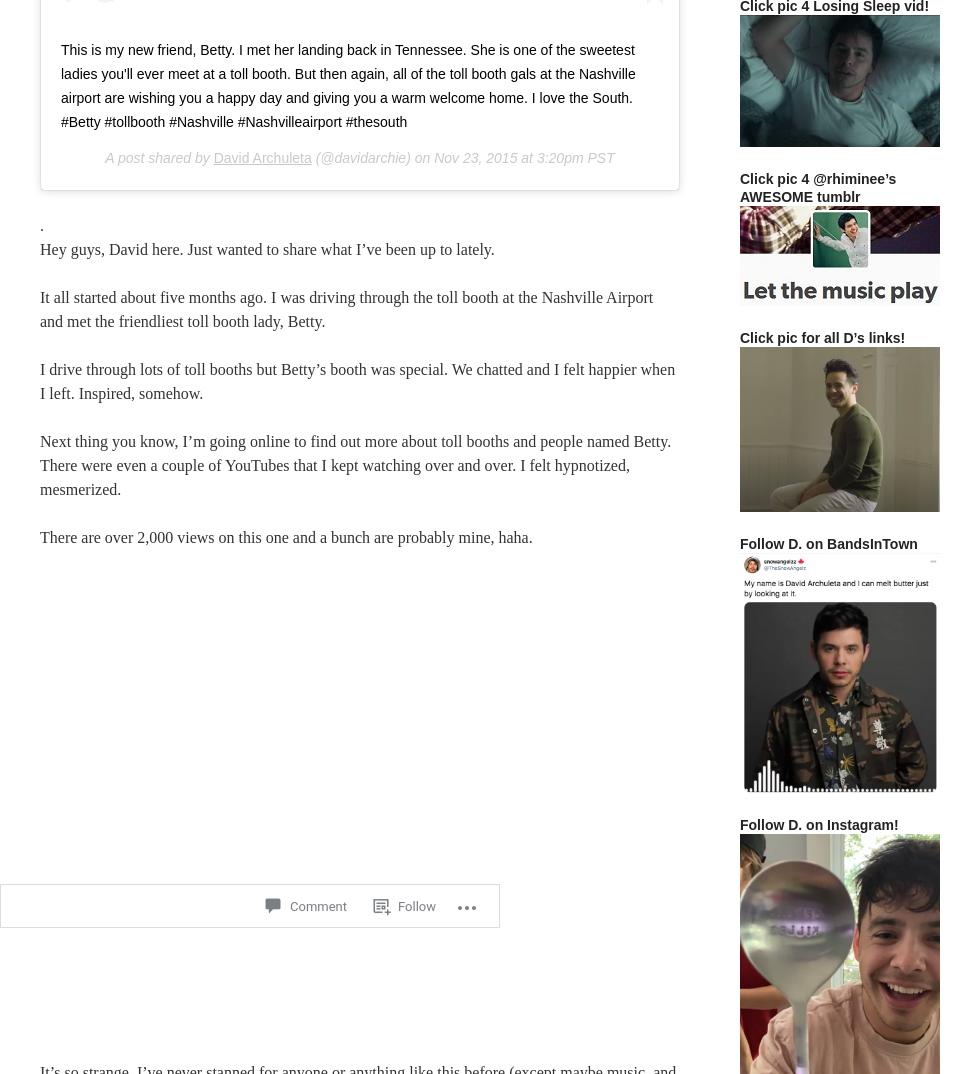  Describe the element at coordinates (347, 84) in the screenshot. I see `'This is my new friend, Betty.  I met her landing back in Tennessee. She is one of the sweetest ladies you'll ever meet at a toll booth.  But then again, all of the toll booth gals at the Nashville airport are wishing you a happy day and giving you a warm welcome home.  I love the South. #Betty #tollbooth #Nashville #Nashvilleairport #thesouth'` at that location.